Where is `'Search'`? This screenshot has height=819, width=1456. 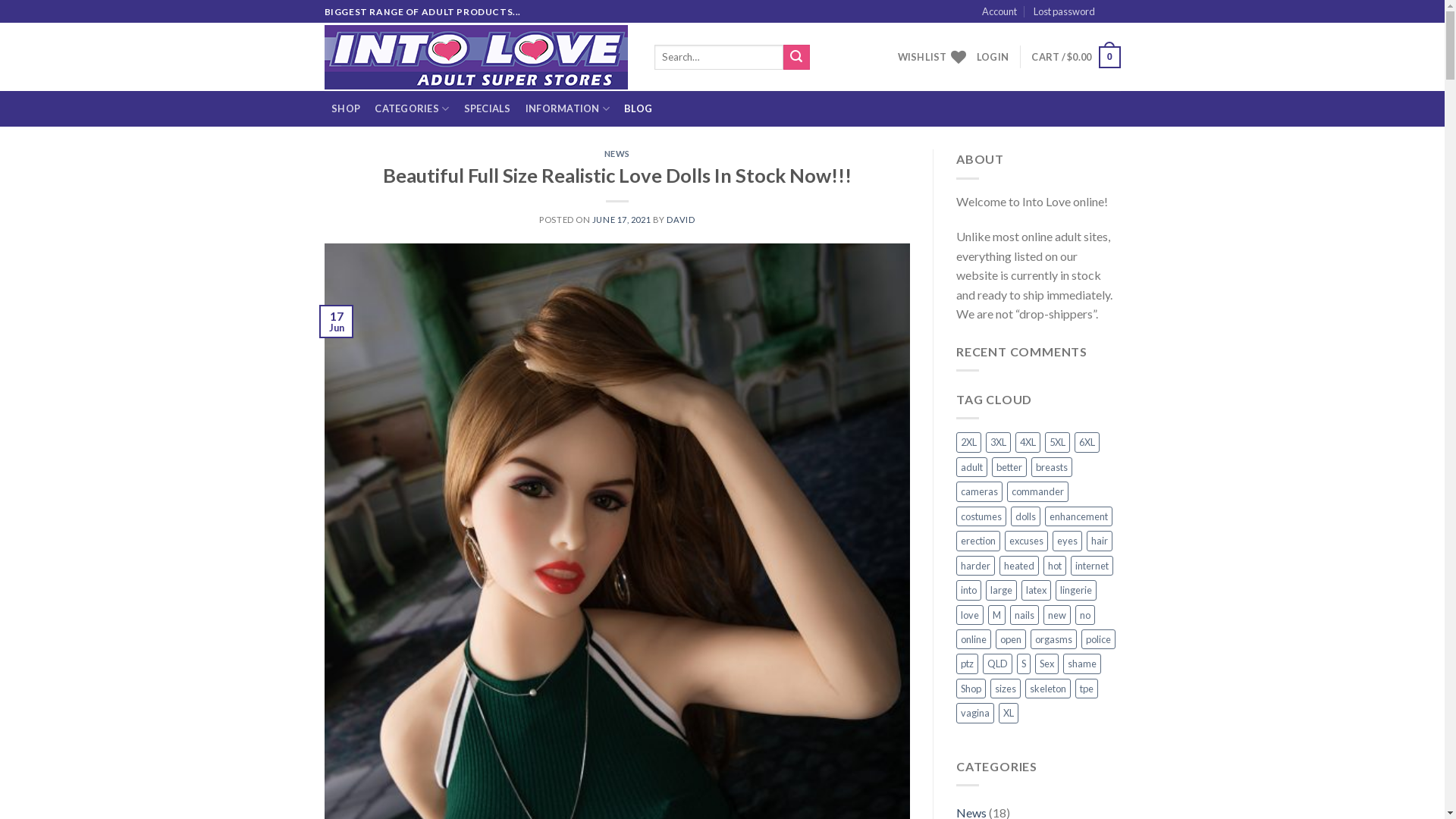
'Search' is located at coordinates (795, 57).